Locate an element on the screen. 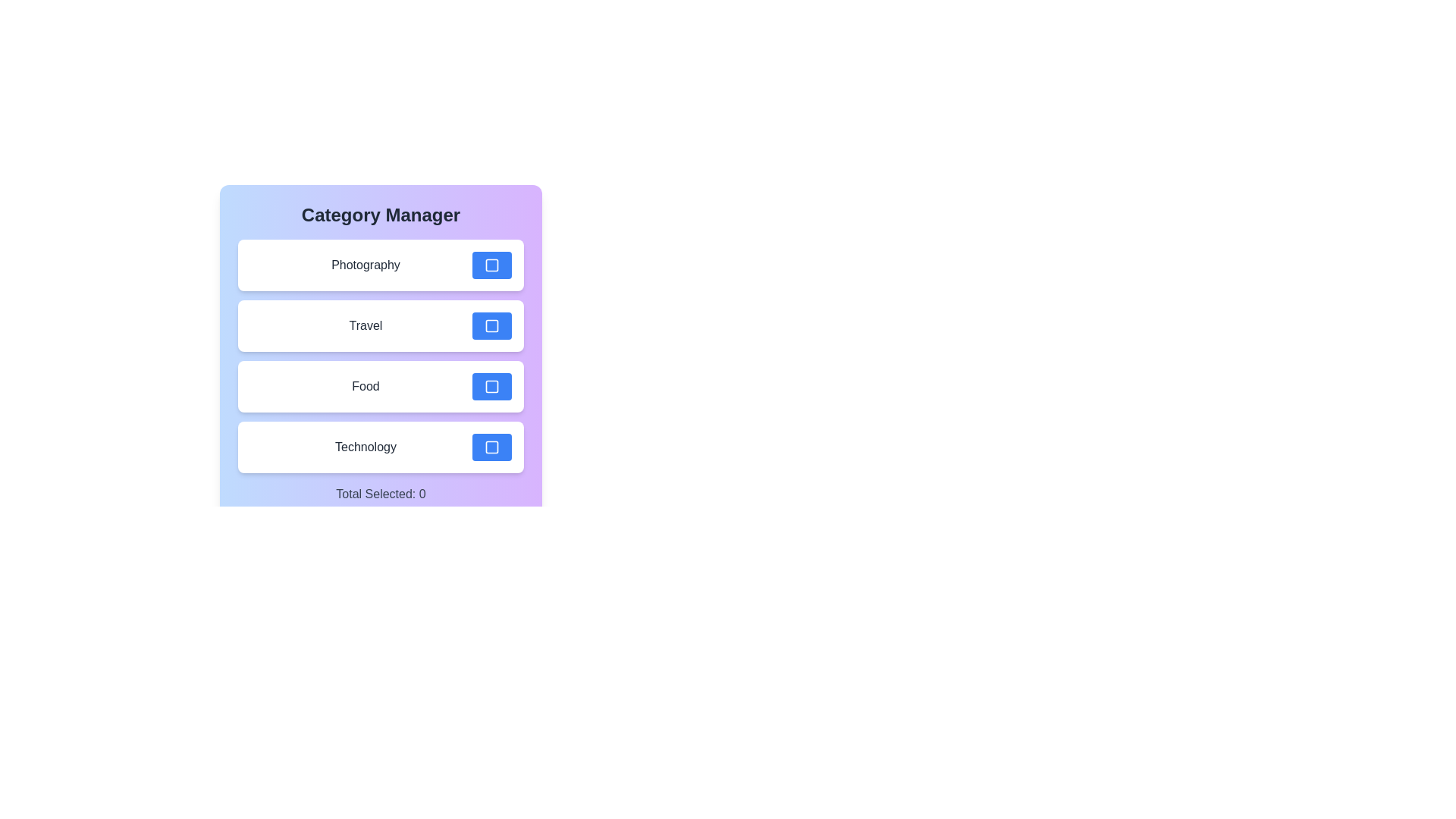  the toggle button for the Travel category is located at coordinates (491, 325).